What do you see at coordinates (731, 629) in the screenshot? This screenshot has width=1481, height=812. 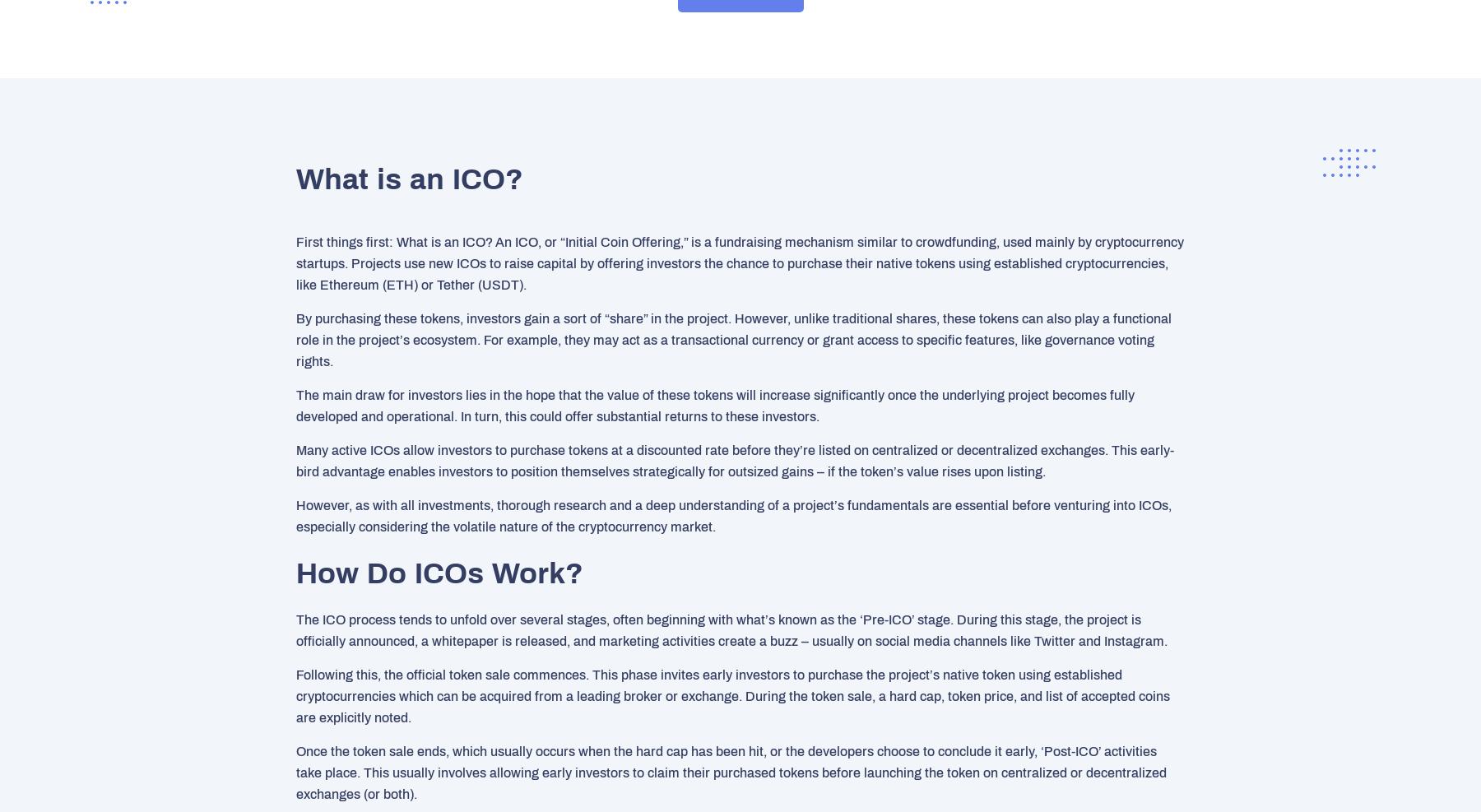 I see `'The ICO process tends to unfold over several stages, often beginning with what’s known as the ‘Pre-ICO’ stage. During this stage, the project is officially announced, a whitepaper is released, and marketing activities create a buzz – usually on social media channels like Twitter and Instagram.'` at bounding box center [731, 629].